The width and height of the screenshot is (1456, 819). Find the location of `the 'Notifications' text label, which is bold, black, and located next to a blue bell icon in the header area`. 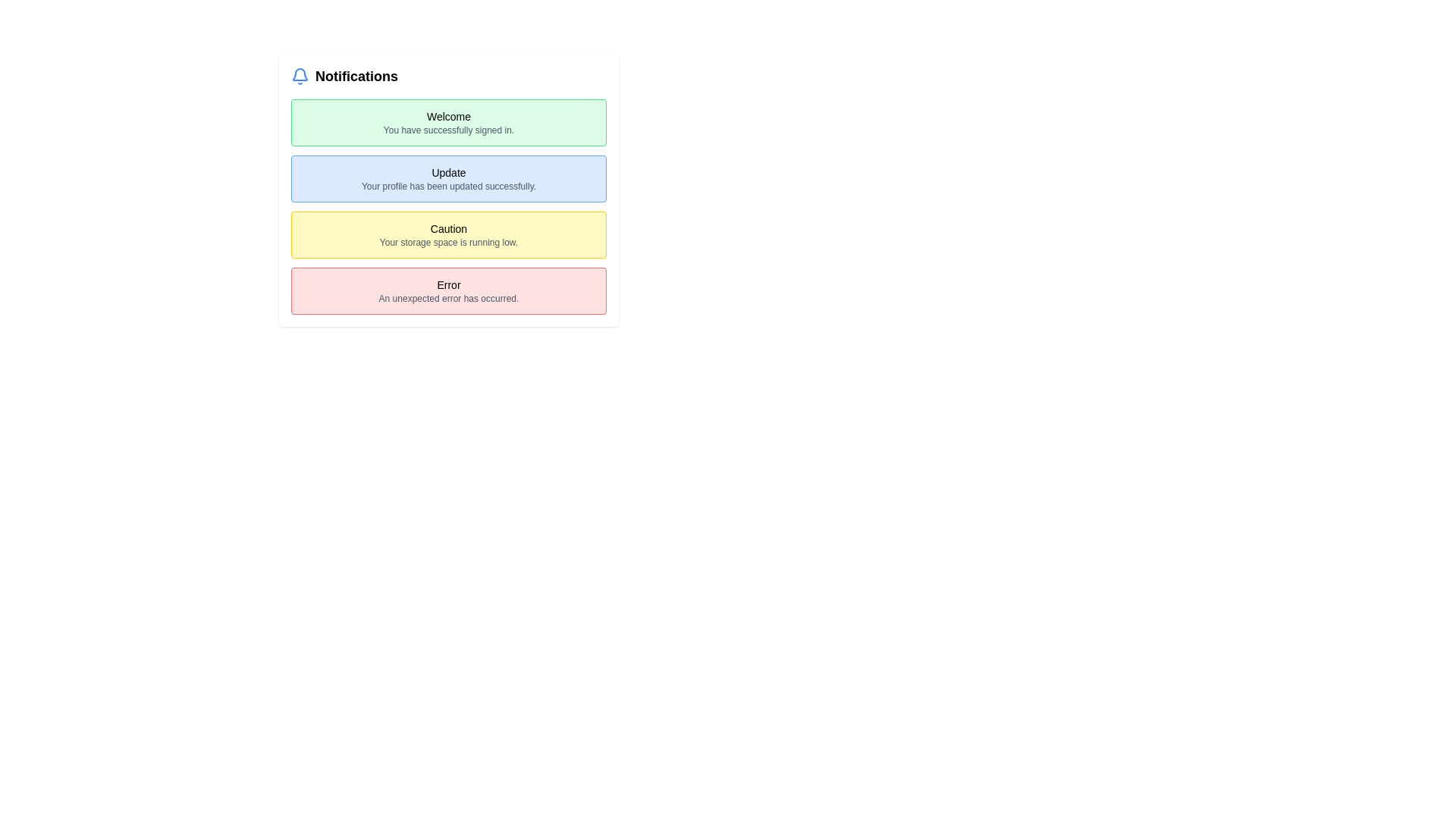

the 'Notifications' text label, which is bold, black, and located next to a blue bell icon in the header area is located at coordinates (356, 76).